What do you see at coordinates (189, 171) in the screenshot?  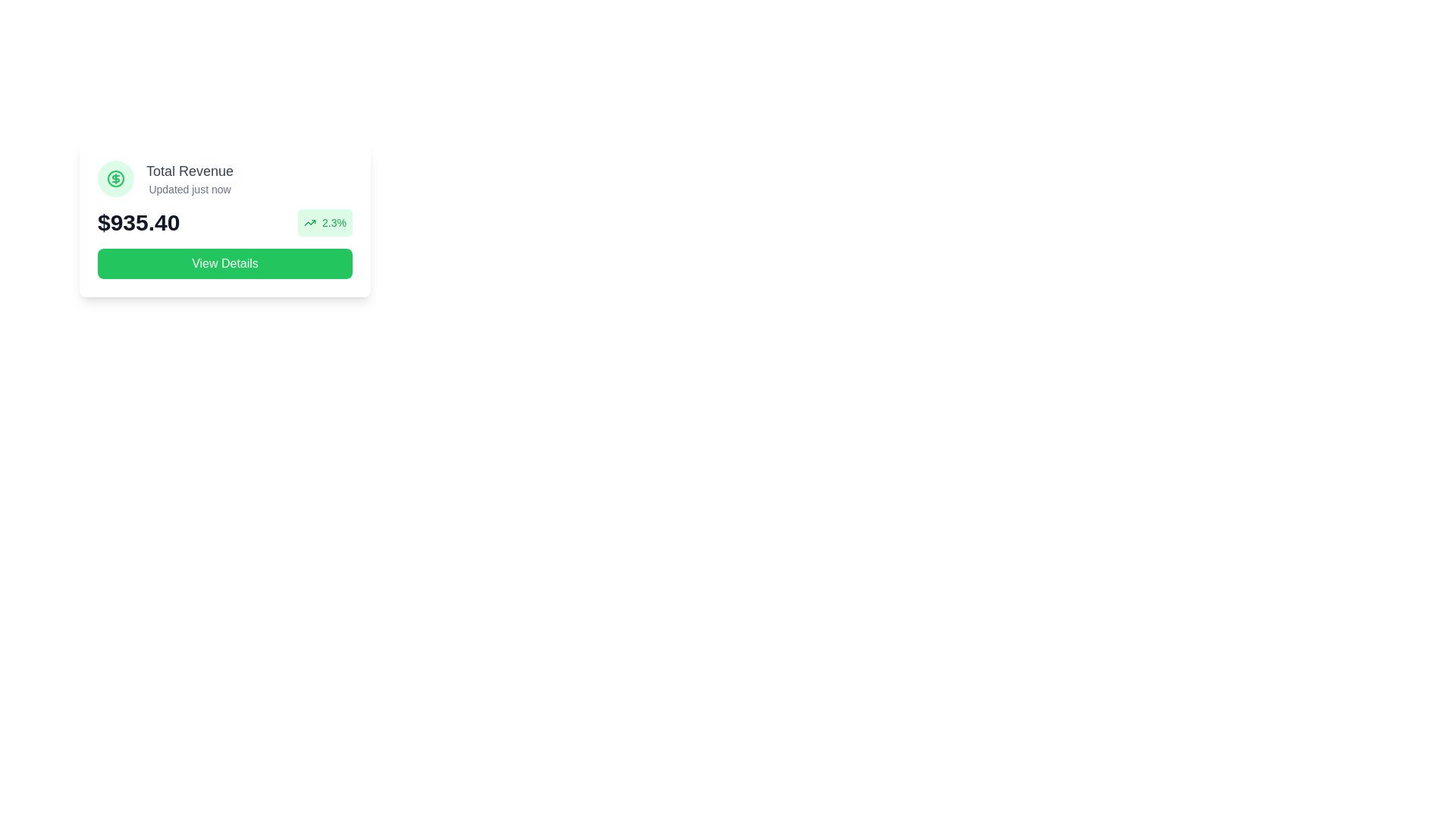 I see `the text label reading 'Total Revenue' which is prominently displayed in a medium-sized dark gray font at the top-left of a card-like section` at bounding box center [189, 171].